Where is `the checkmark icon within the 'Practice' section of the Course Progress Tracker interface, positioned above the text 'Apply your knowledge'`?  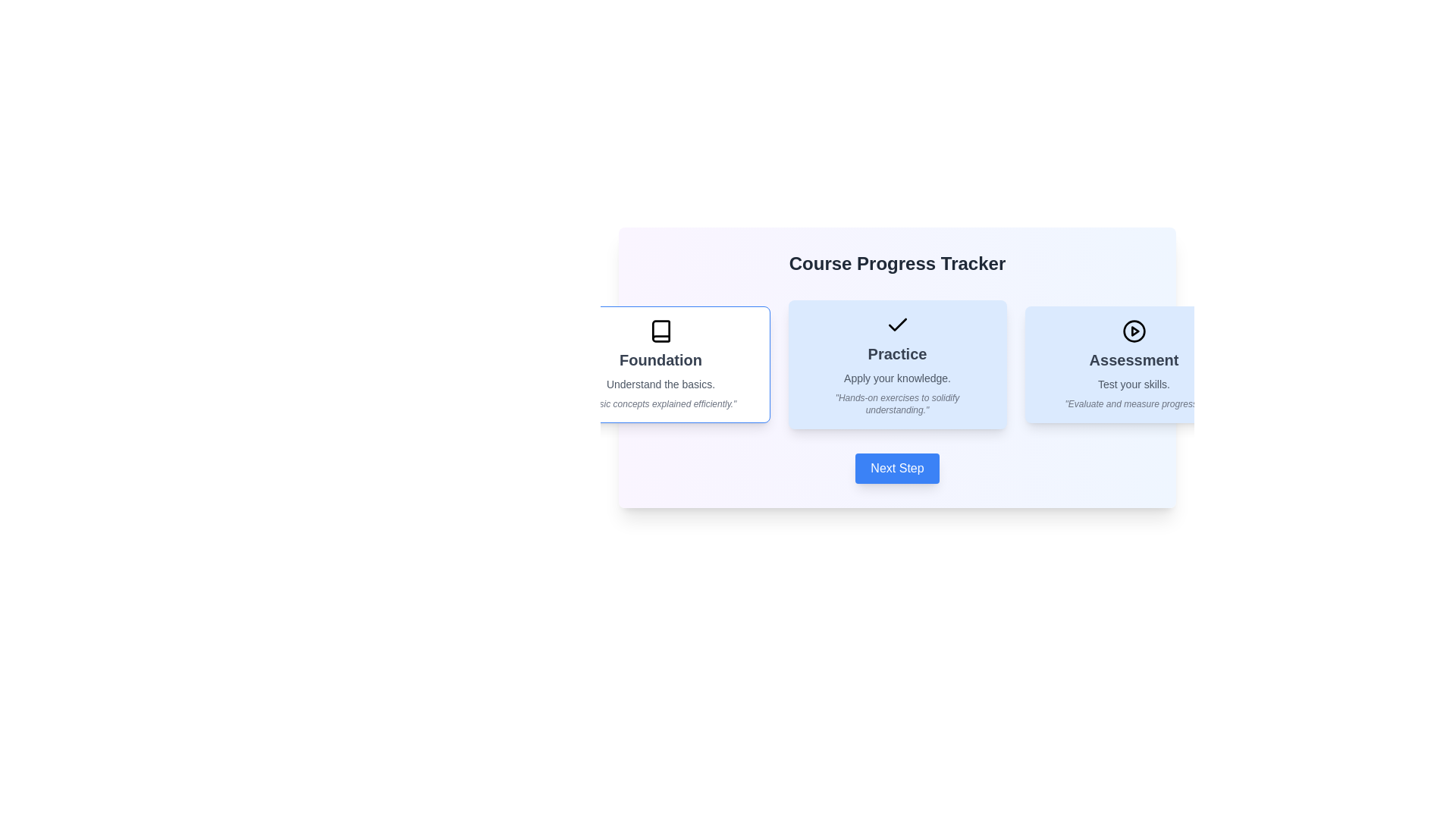 the checkmark icon within the 'Practice' section of the Course Progress Tracker interface, positioned above the text 'Apply your knowledge' is located at coordinates (897, 324).